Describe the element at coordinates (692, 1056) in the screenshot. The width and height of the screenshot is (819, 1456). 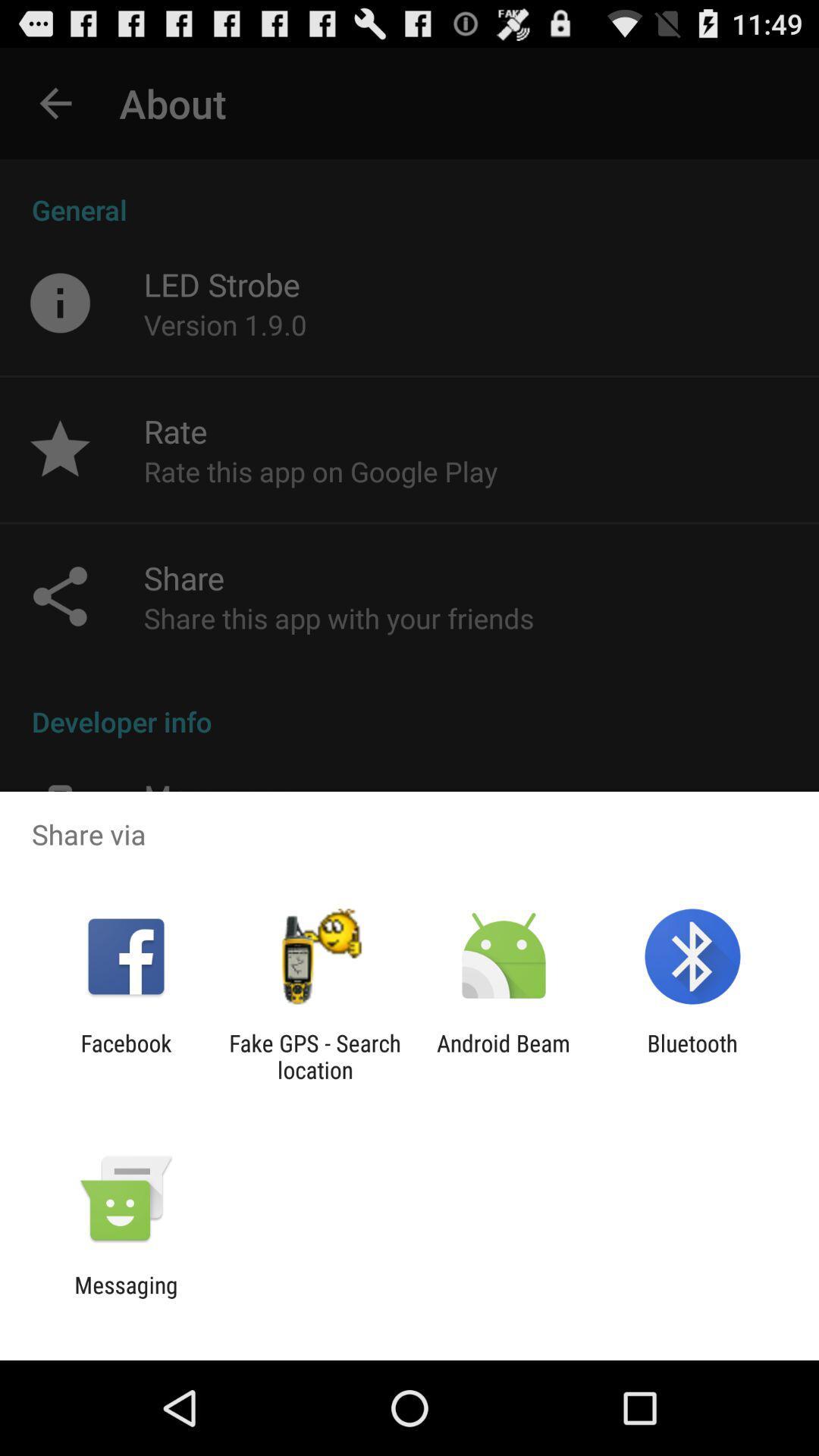
I see `icon next to the android beam icon` at that location.